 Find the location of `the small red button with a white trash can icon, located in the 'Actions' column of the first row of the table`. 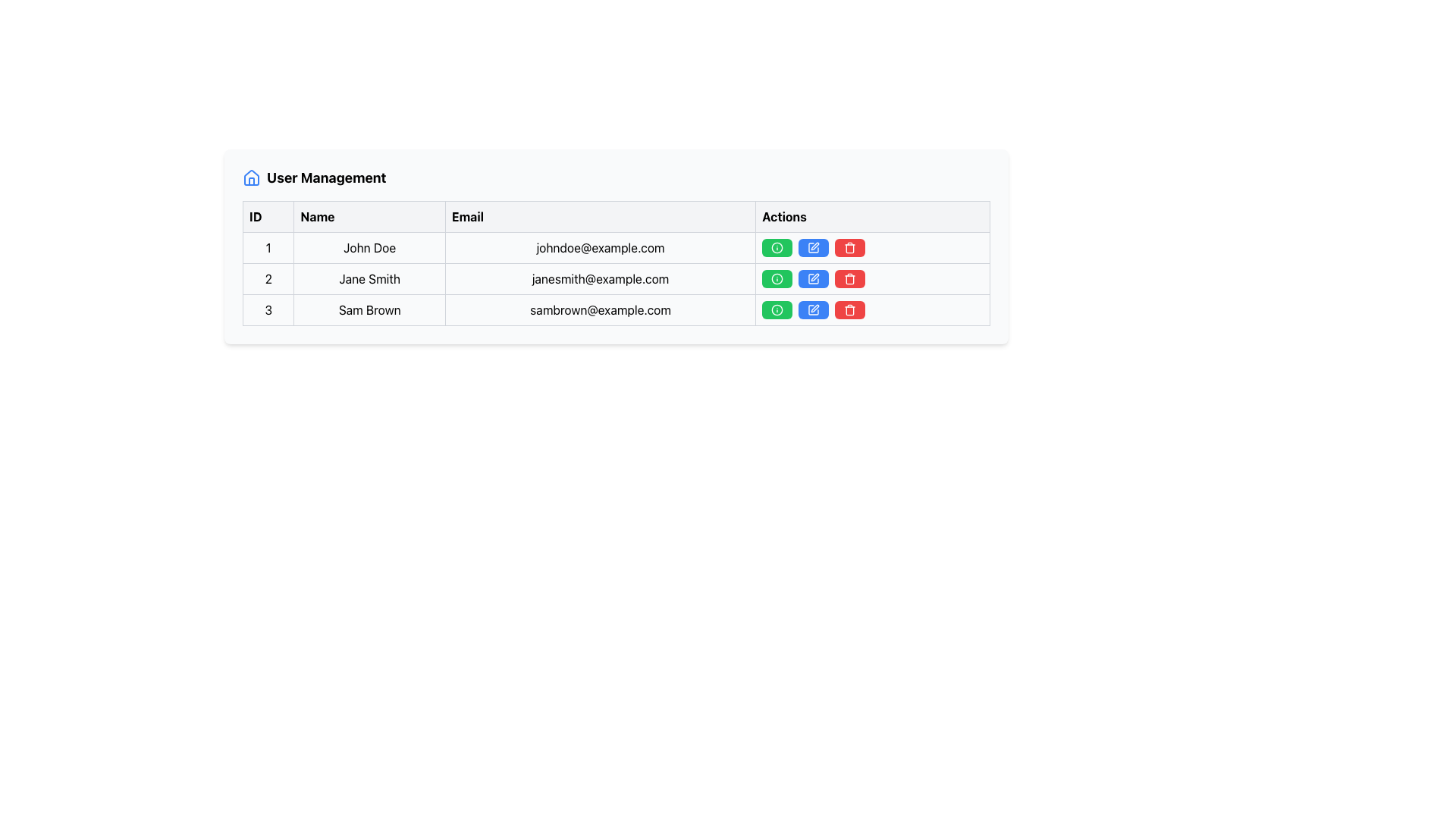

the small red button with a white trash can icon, located in the 'Actions' column of the first row of the table is located at coordinates (850, 247).